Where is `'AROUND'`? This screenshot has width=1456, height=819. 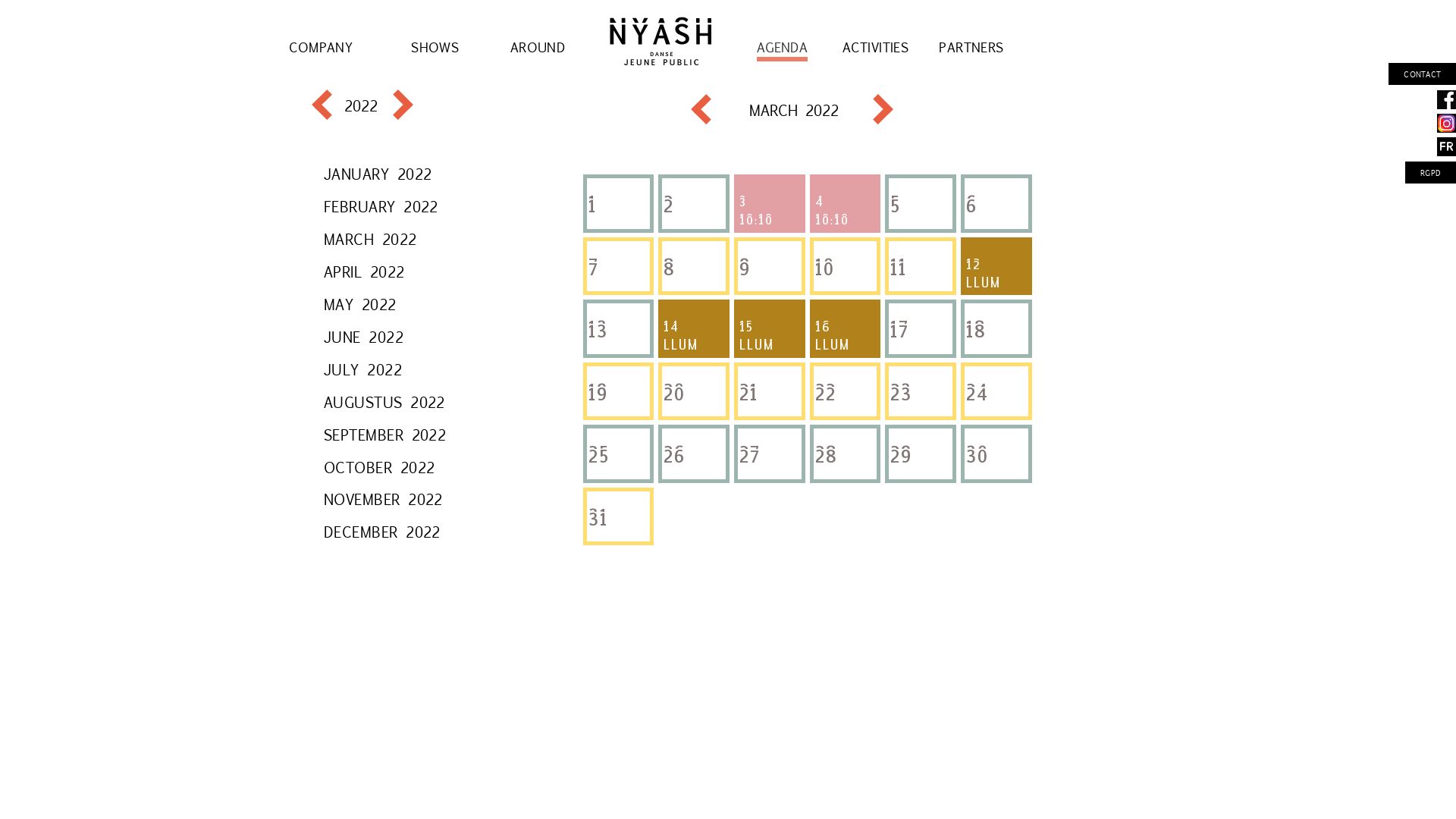
'AROUND' is located at coordinates (494, 45).